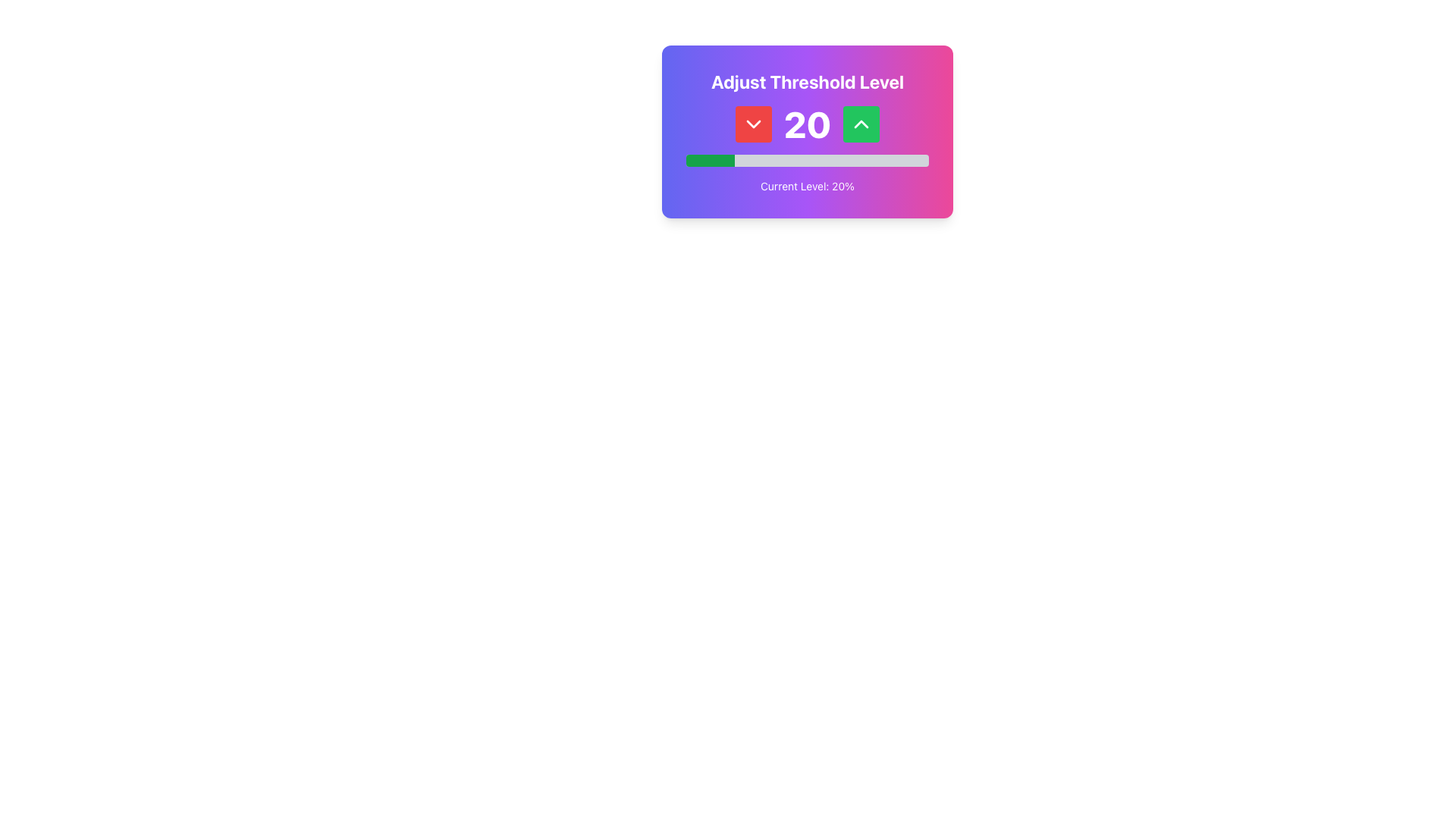 The width and height of the screenshot is (1456, 819). I want to click on the Text Label that displays the current level status as a percentage, located at the bottom part of a card with a gradient background, so click(807, 186).